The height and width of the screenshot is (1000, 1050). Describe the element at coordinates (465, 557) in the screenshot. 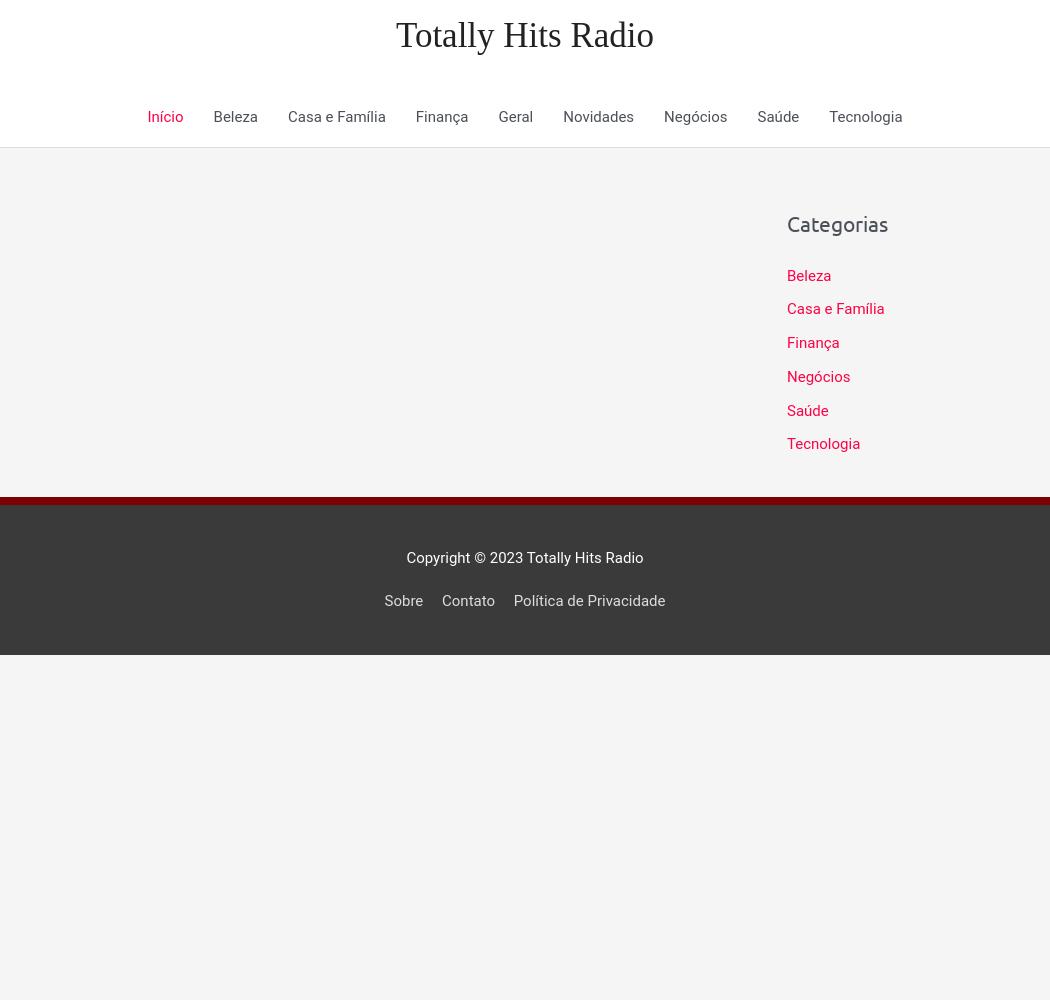

I see `'Copyright © 2023'` at that location.